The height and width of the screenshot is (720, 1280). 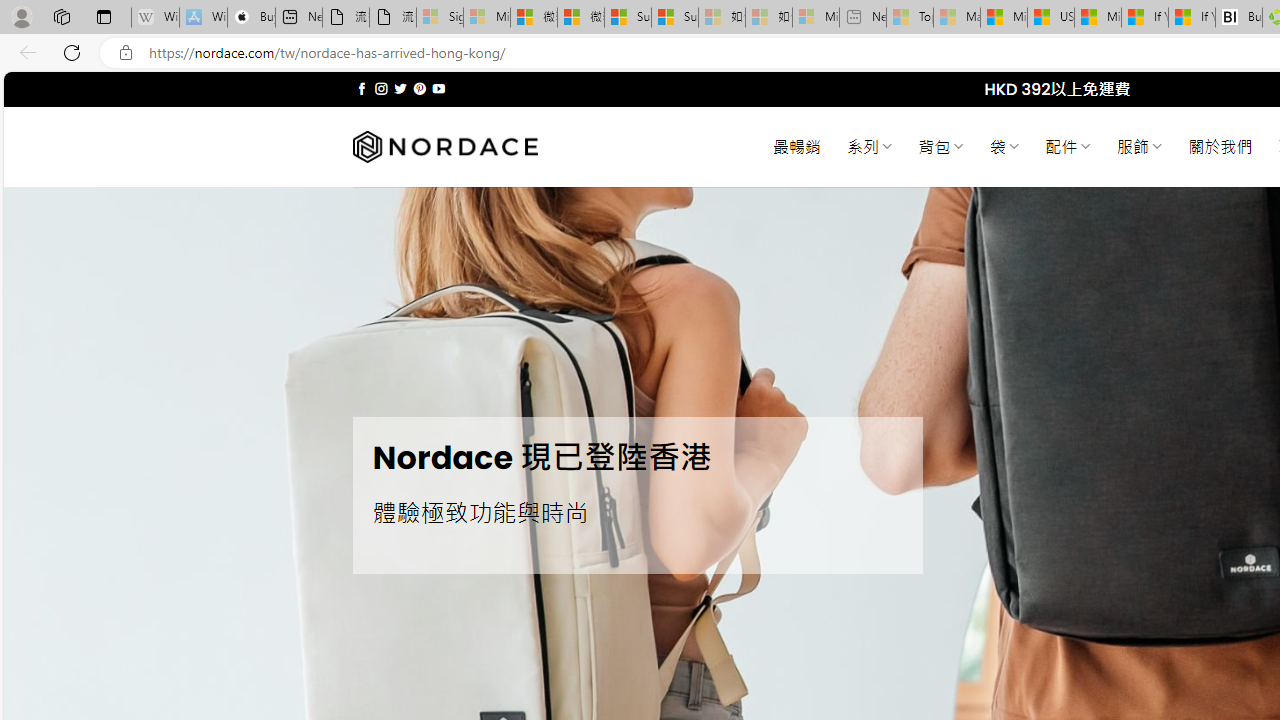 I want to click on 'Marine life - MSN - Sleeping', so click(x=956, y=17).